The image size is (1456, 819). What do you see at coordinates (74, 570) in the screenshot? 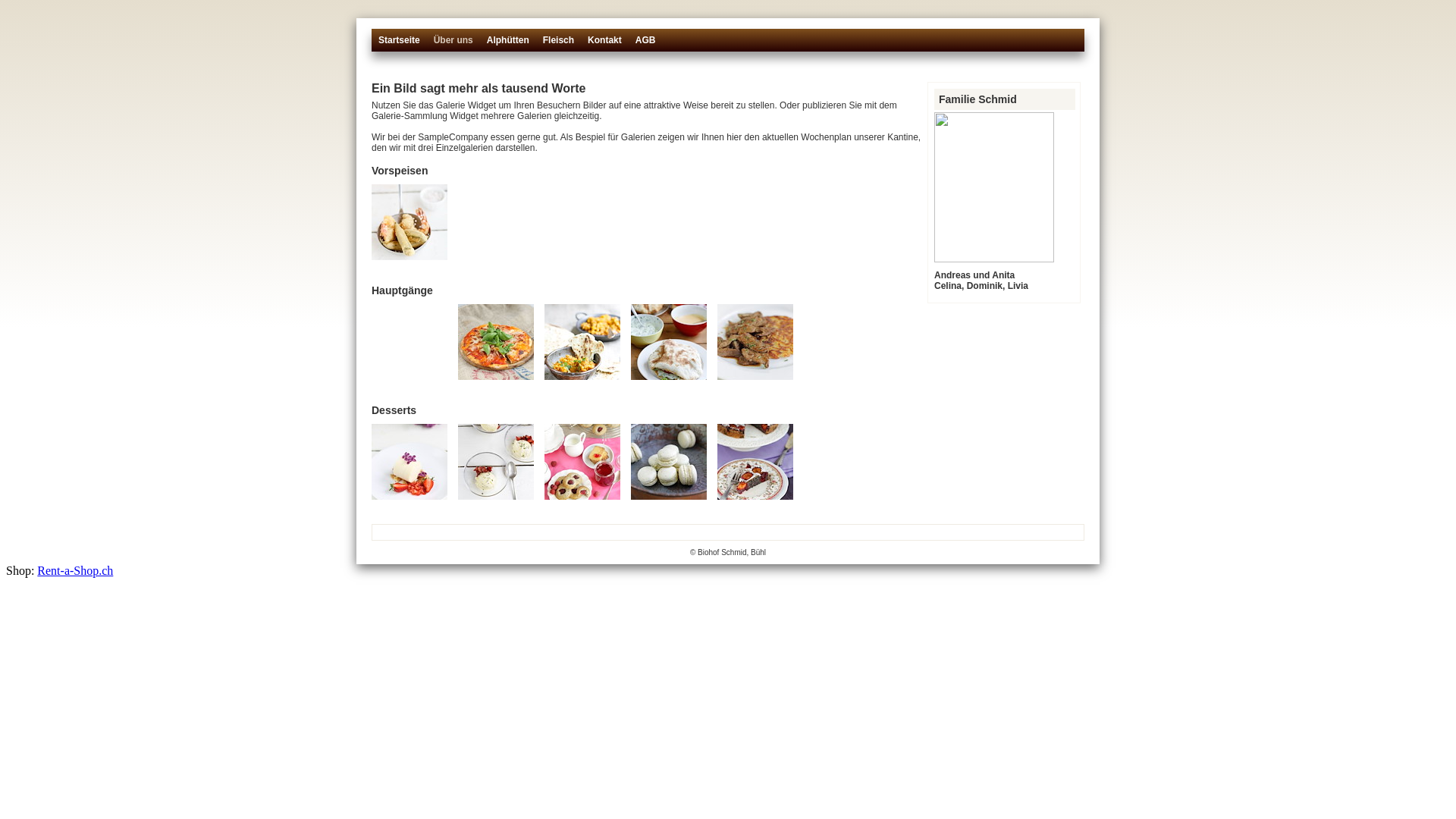
I see `'Rent-a-Shop.ch'` at bounding box center [74, 570].